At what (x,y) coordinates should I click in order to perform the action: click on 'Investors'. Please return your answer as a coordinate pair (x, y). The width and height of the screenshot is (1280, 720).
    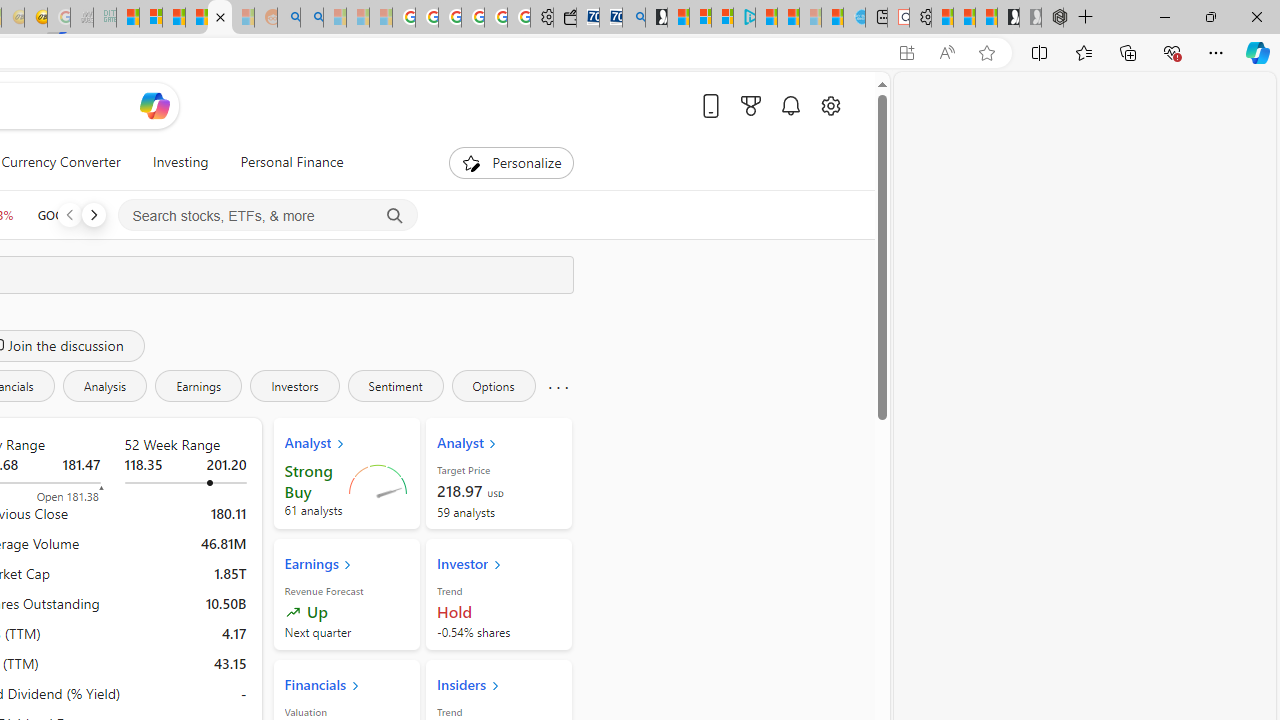
    Looking at the image, I should click on (294, 385).